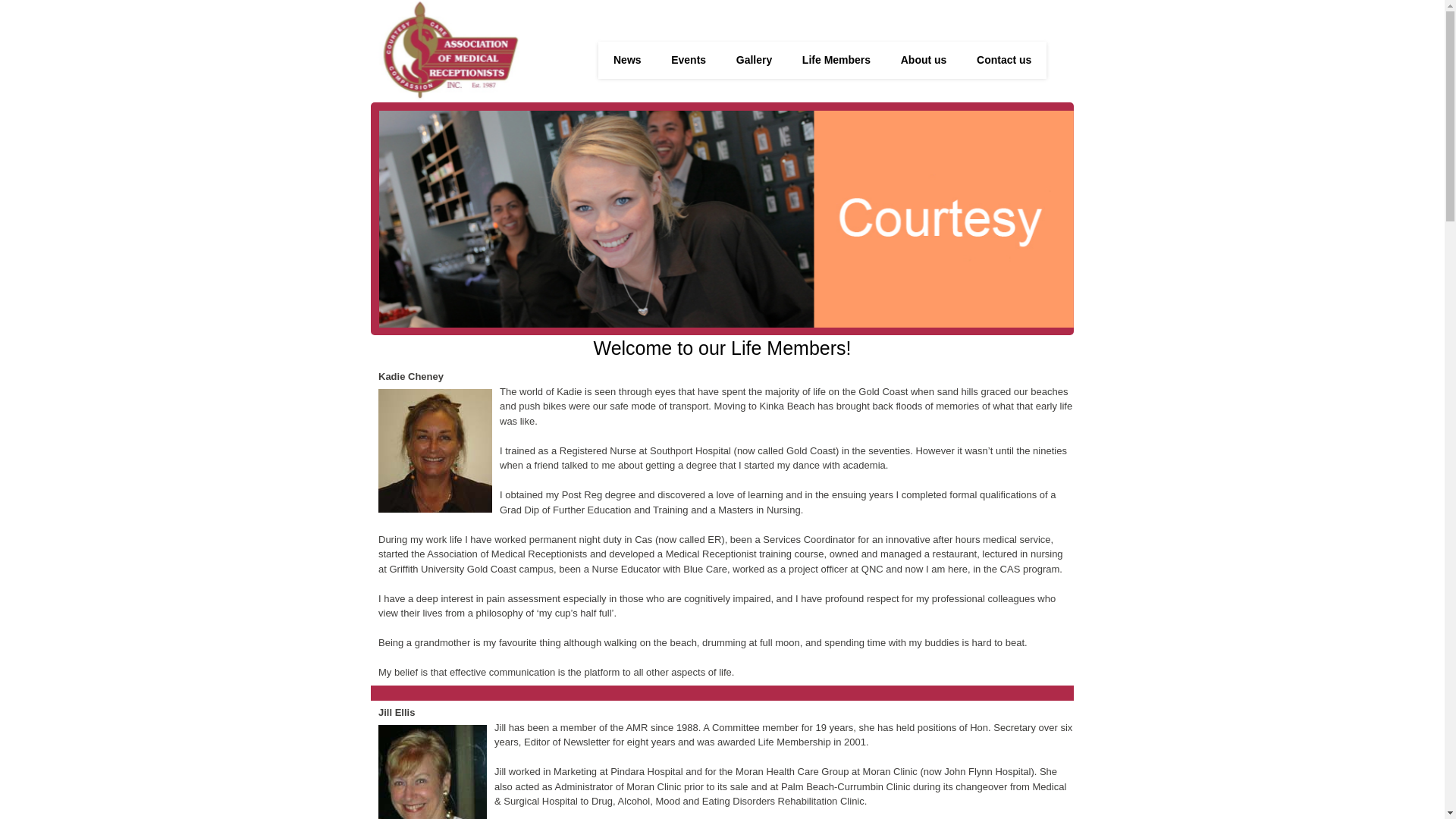 The width and height of the screenshot is (1456, 819). What do you see at coordinates (833, 59) in the screenshot?
I see `'Life Members'` at bounding box center [833, 59].